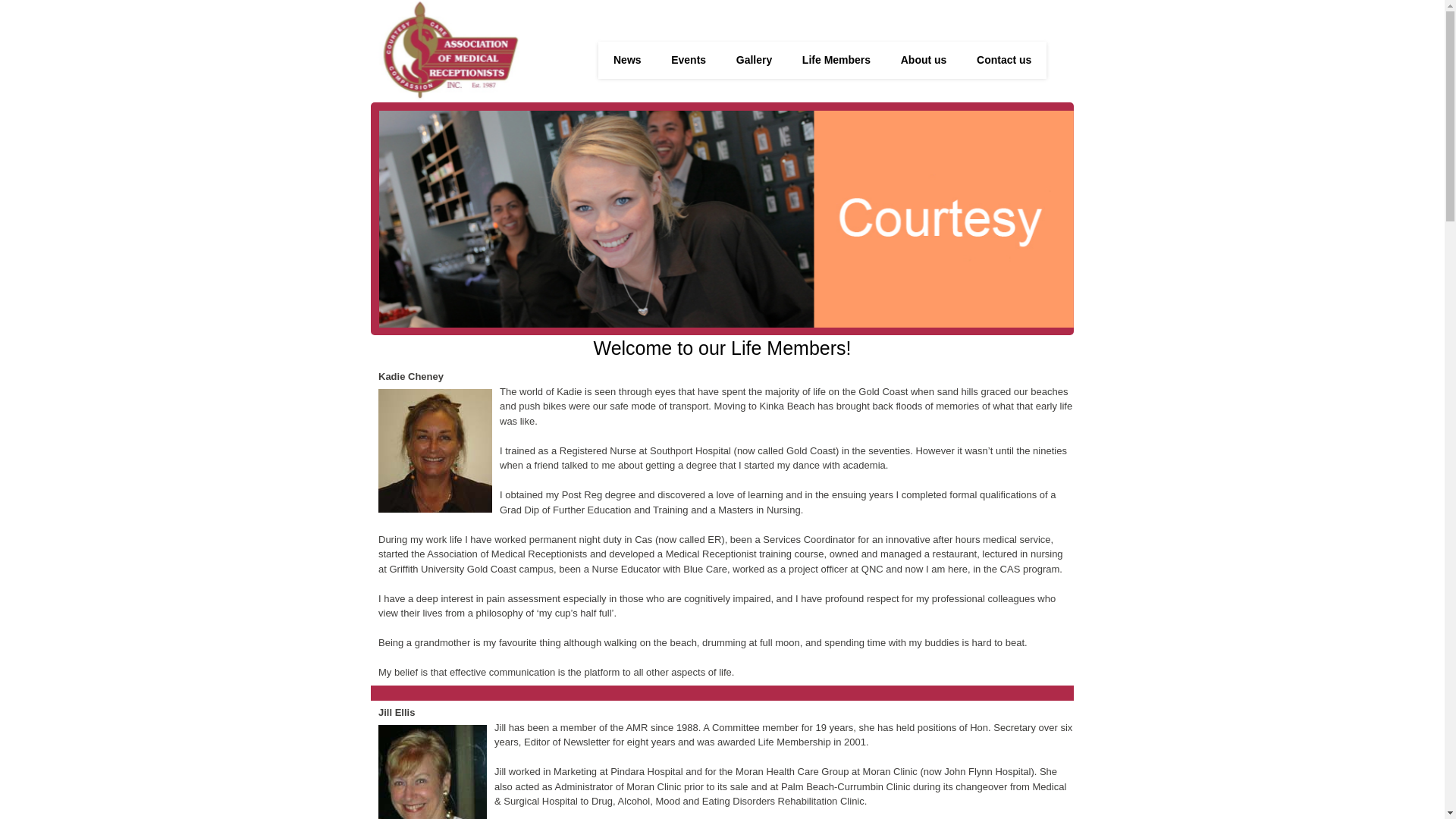 The width and height of the screenshot is (1456, 819). What do you see at coordinates (833, 59) in the screenshot?
I see `'Life Members'` at bounding box center [833, 59].